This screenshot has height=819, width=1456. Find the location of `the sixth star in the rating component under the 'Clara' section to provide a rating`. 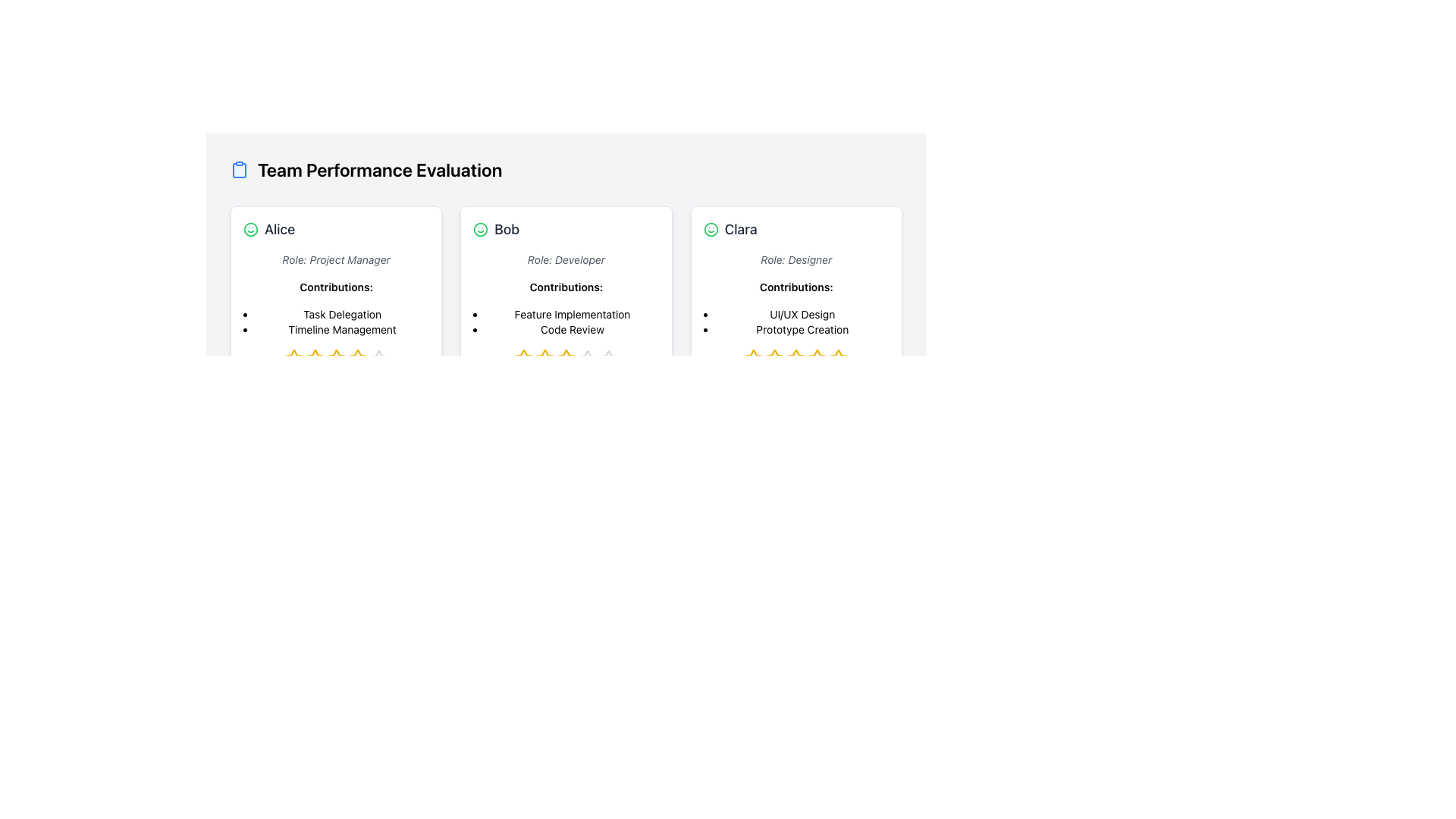

the sixth star in the rating component under the 'Clara' section to provide a rating is located at coordinates (817, 359).